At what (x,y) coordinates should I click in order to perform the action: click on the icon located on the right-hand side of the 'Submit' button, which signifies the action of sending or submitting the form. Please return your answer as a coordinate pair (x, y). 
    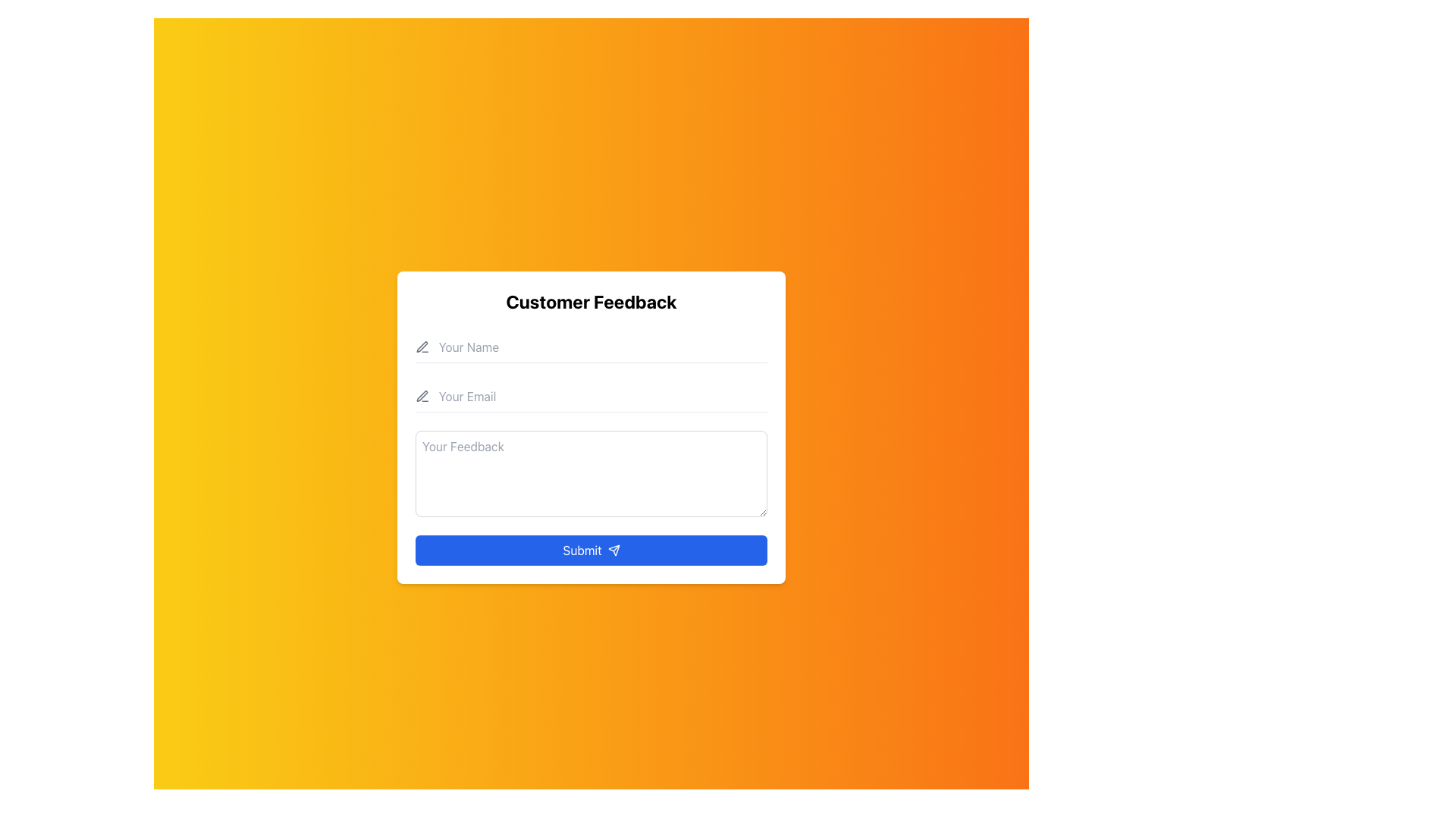
    Looking at the image, I should click on (613, 550).